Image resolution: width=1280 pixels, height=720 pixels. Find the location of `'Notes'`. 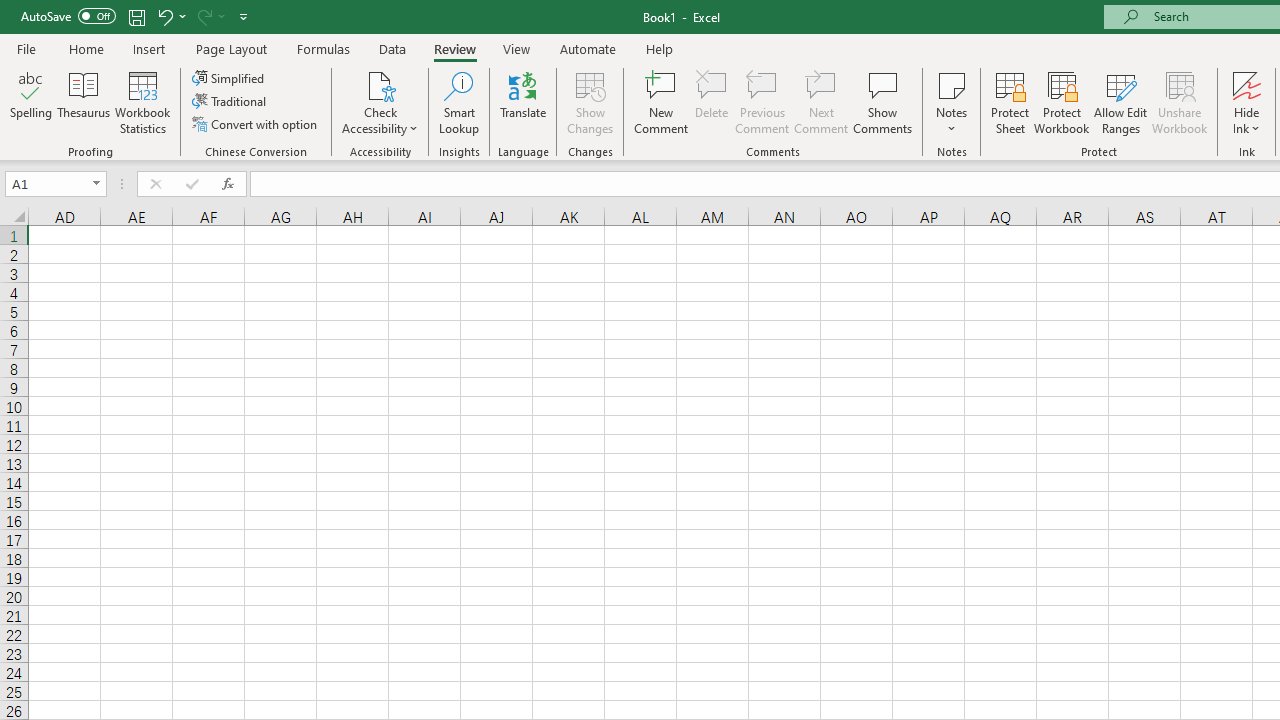

'Notes' is located at coordinates (950, 103).